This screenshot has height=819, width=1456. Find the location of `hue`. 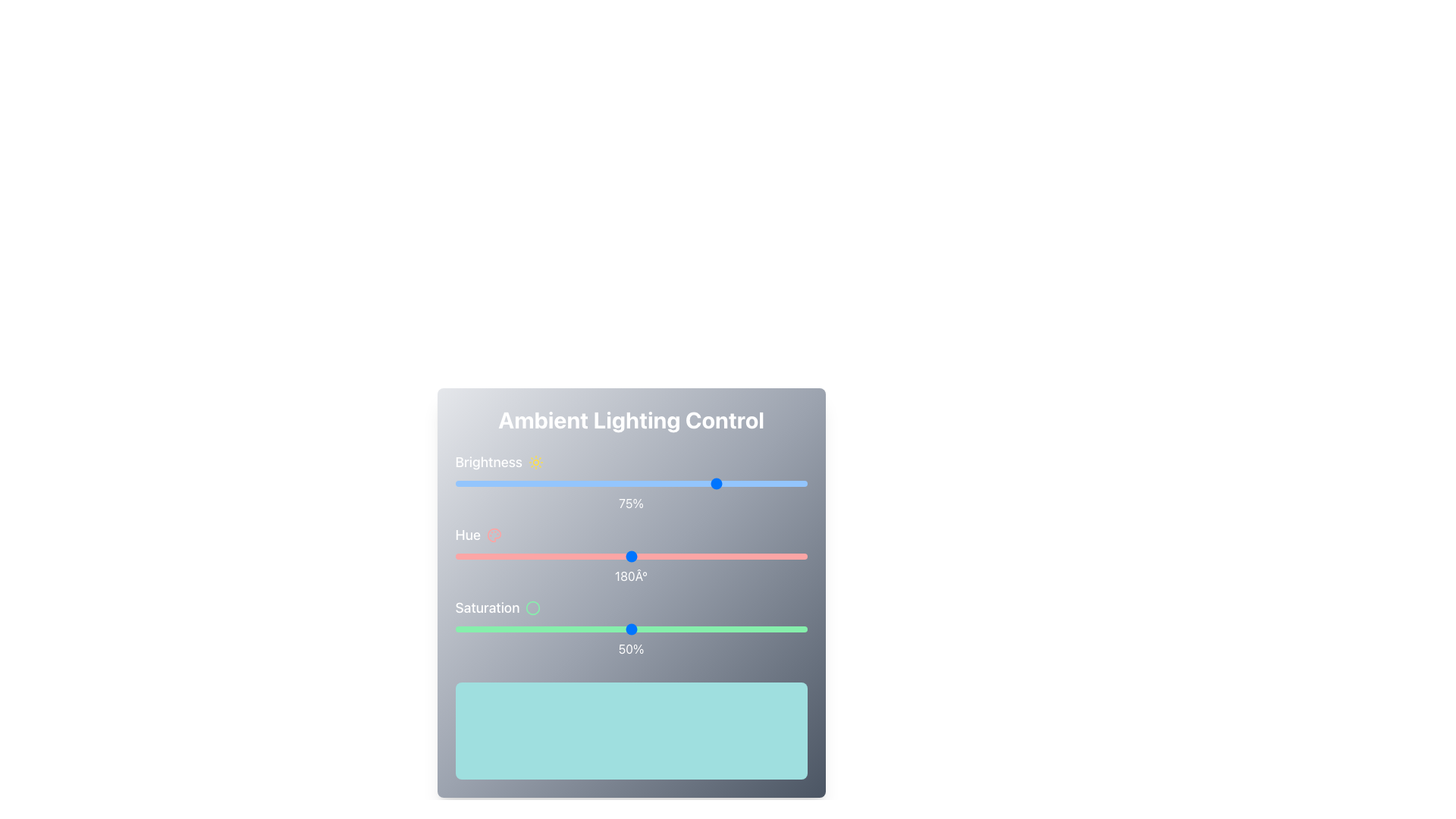

hue is located at coordinates (732, 556).